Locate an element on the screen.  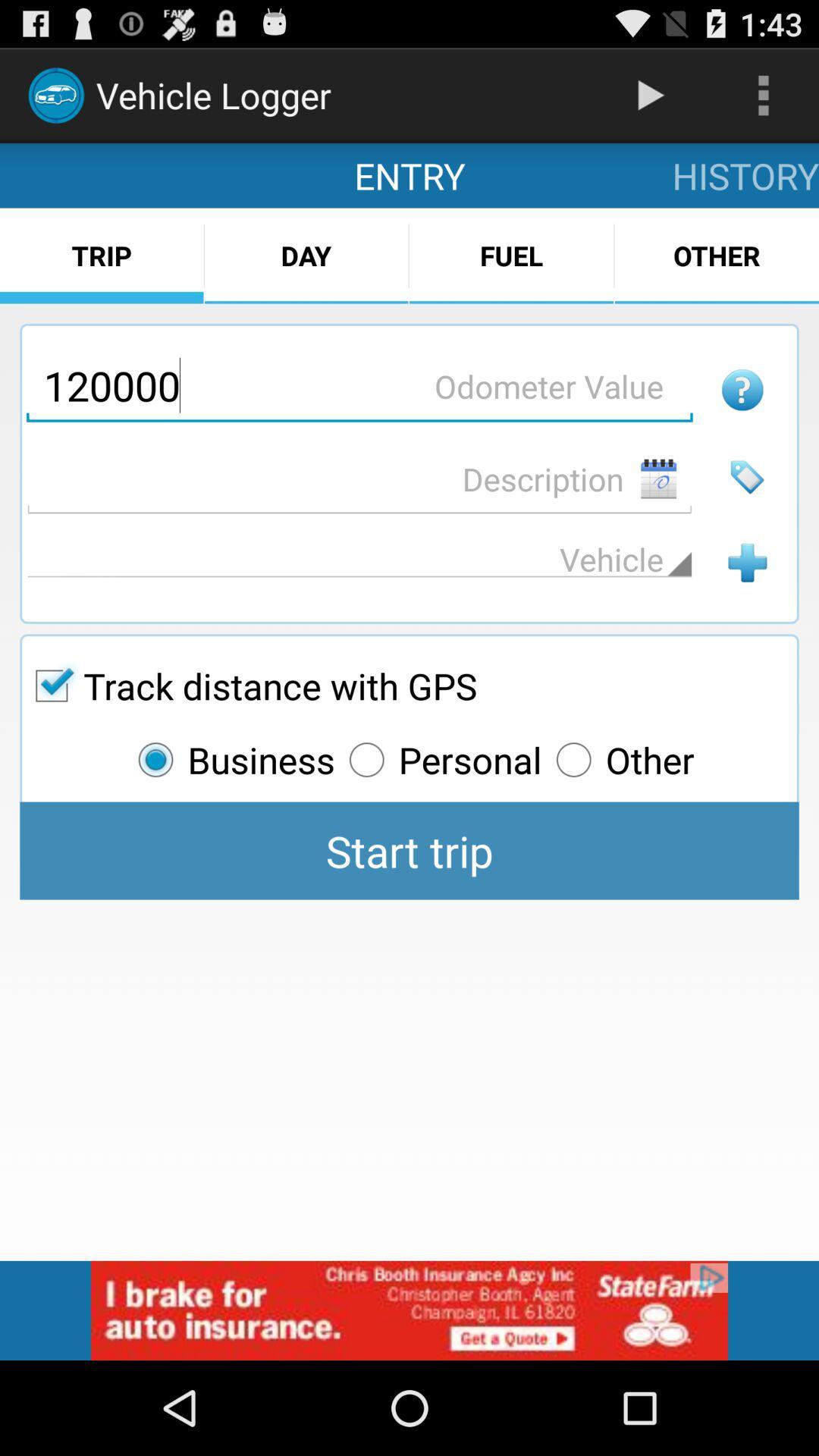
insurance advertisement is located at coordinates (409, 1310).